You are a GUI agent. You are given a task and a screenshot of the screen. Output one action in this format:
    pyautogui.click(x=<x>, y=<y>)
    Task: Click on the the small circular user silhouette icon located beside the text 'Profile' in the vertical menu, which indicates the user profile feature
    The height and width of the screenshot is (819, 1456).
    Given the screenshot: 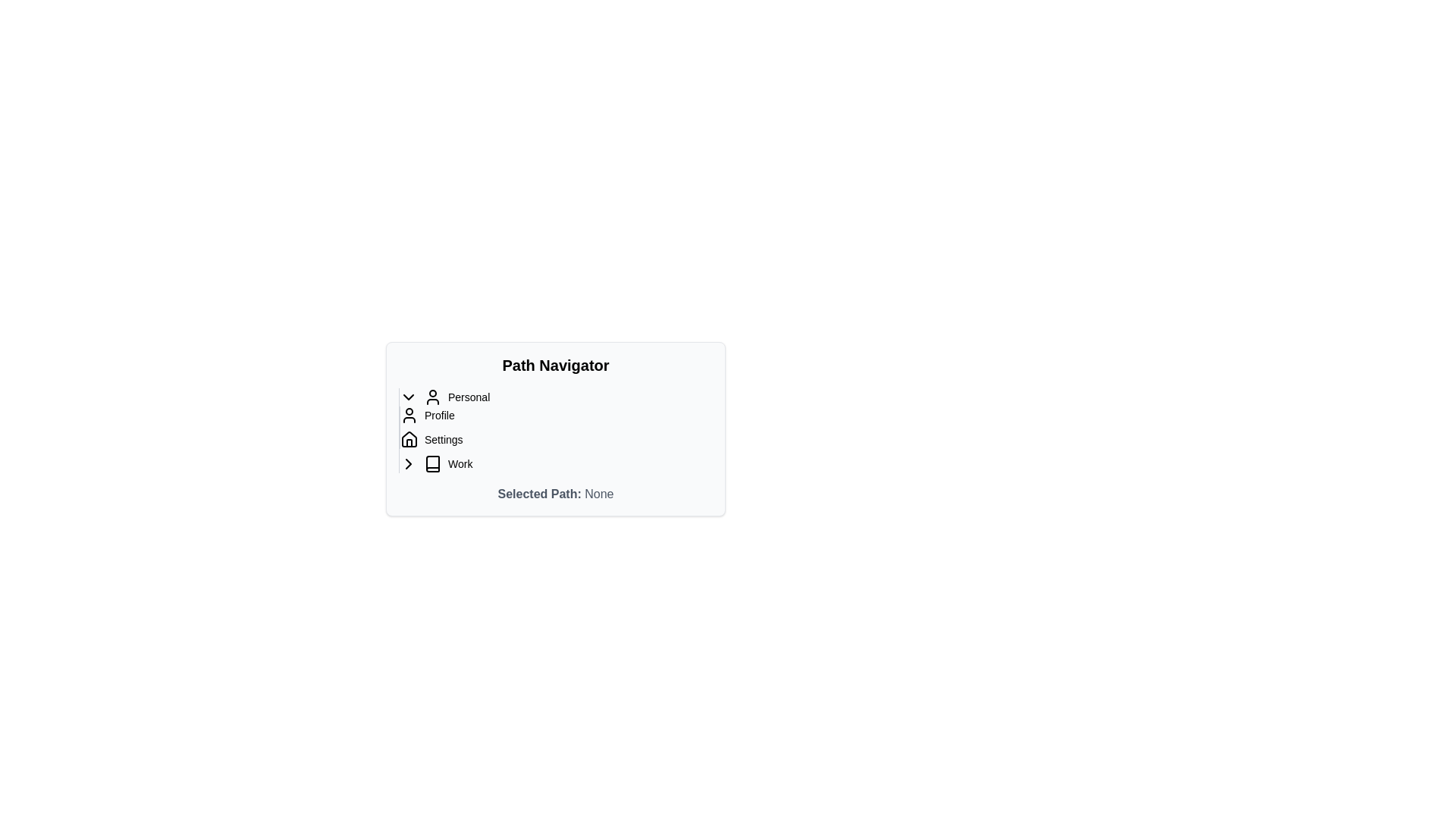 What is the action you would take?
    pyautogui.click(x=409, y=415)
    